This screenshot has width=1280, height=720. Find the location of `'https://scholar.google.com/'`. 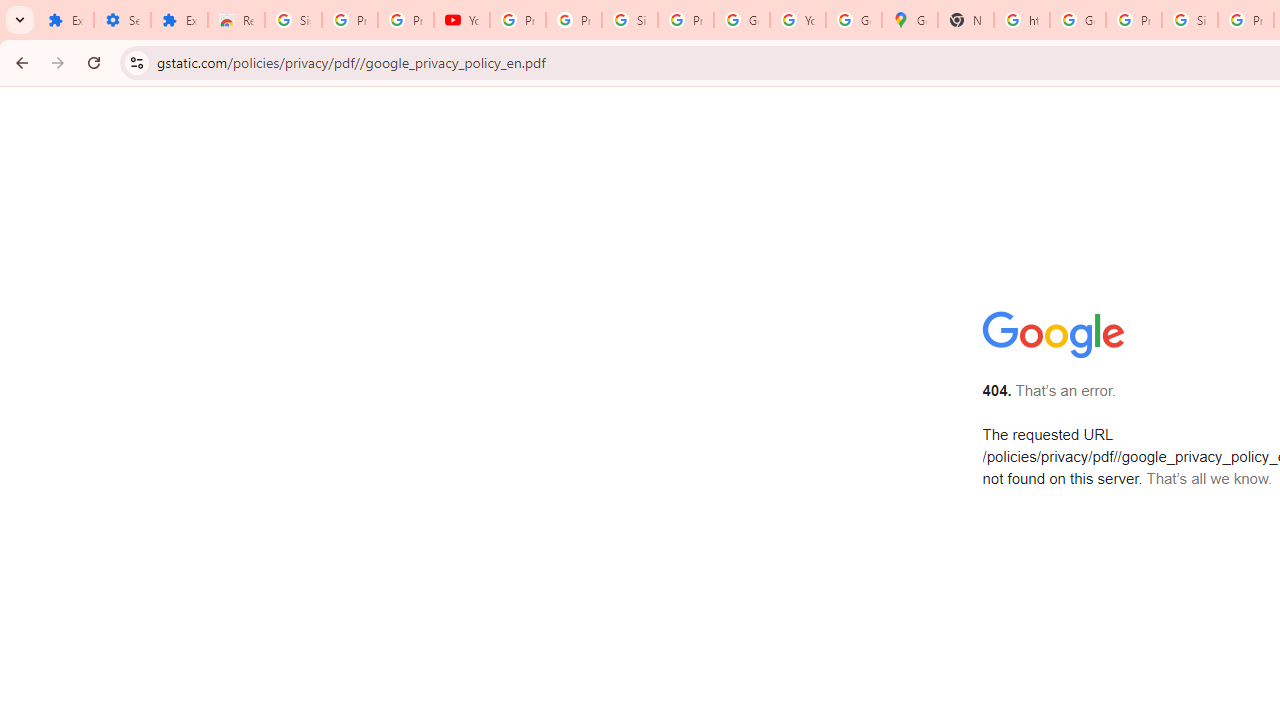

'https://scholar.google.com/' is located at coordinates (1022, 20).